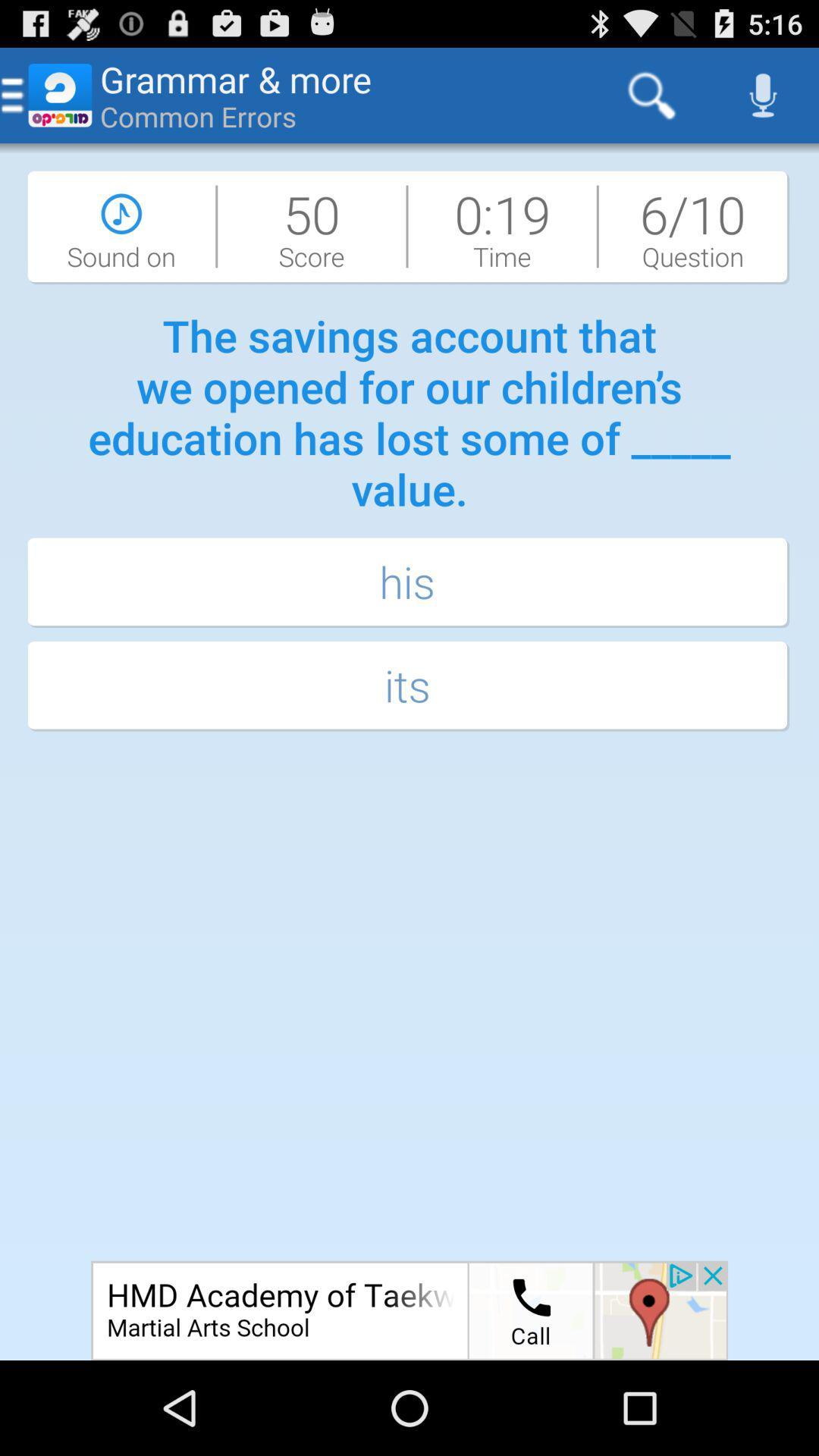  Describe the element at coordinates (409, 1310) in the screenshot. I see `because back devicer` at that location.